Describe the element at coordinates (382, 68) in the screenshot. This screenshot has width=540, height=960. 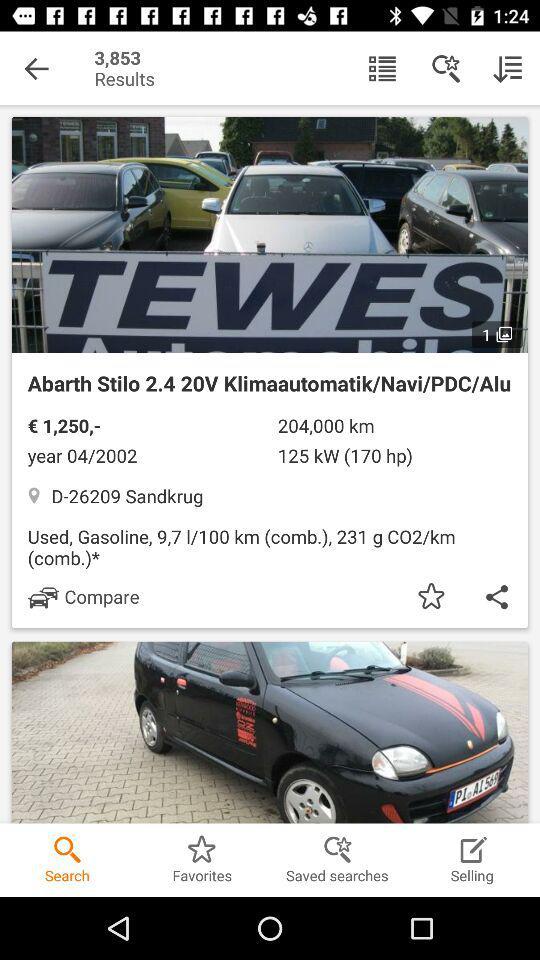
I see `icon next to the results icon` at that location.